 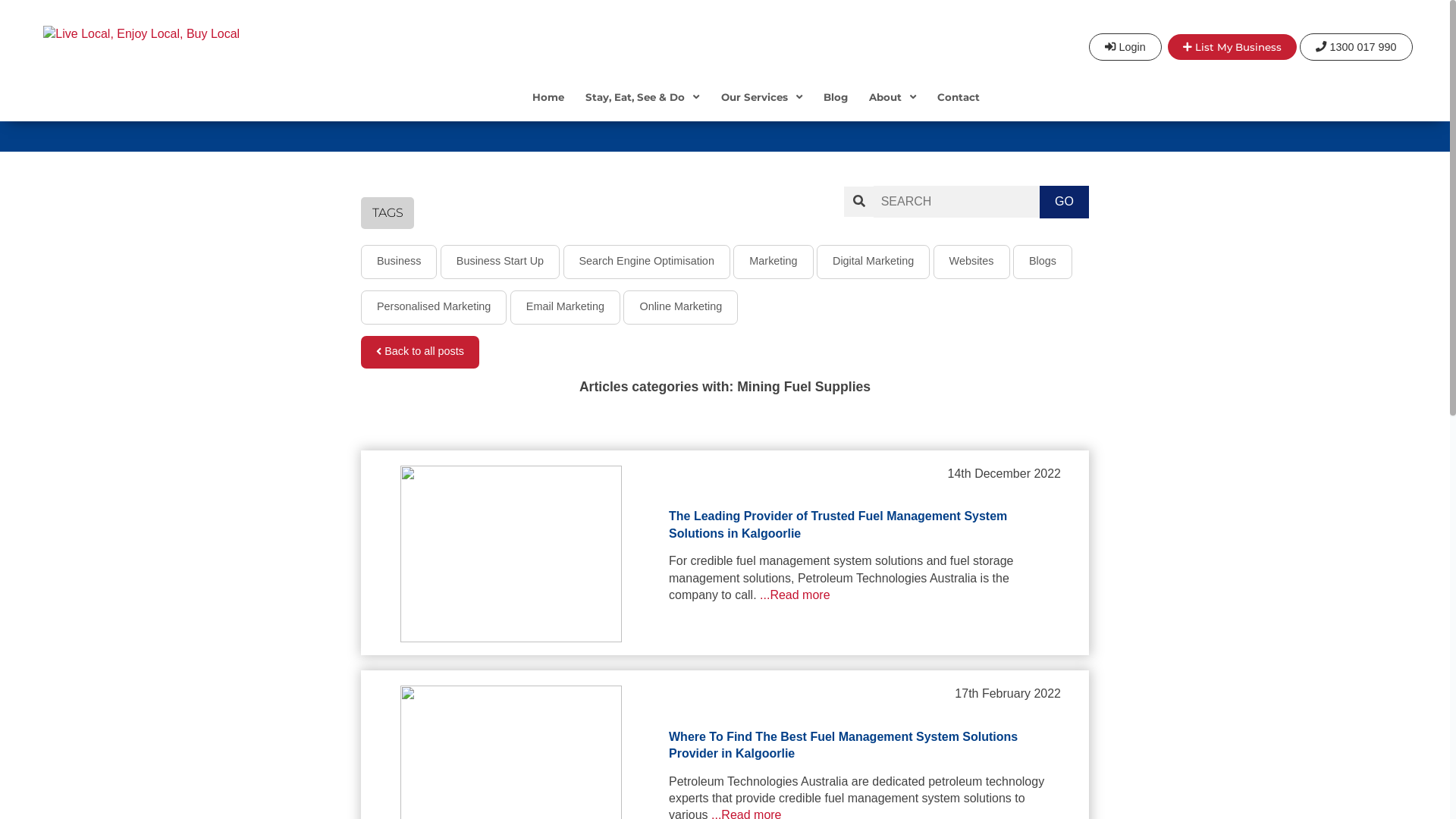 What do you see at coordinates (562, 261) in the screenshot?
I see `'Search Engine Optimisation'` at bounding box center [562, 261].